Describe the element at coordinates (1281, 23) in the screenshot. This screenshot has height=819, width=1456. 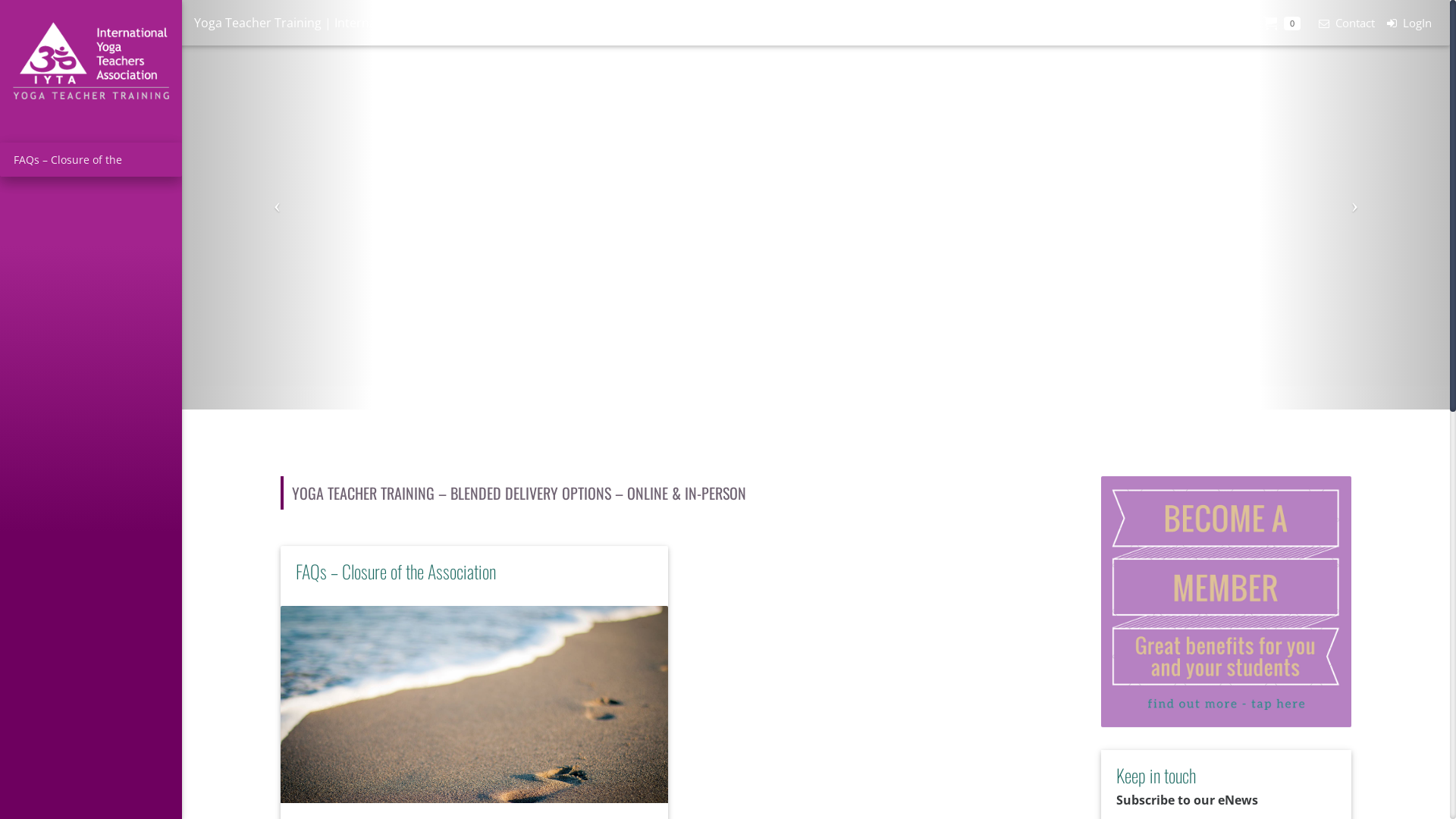
I see `'0'` at that location.